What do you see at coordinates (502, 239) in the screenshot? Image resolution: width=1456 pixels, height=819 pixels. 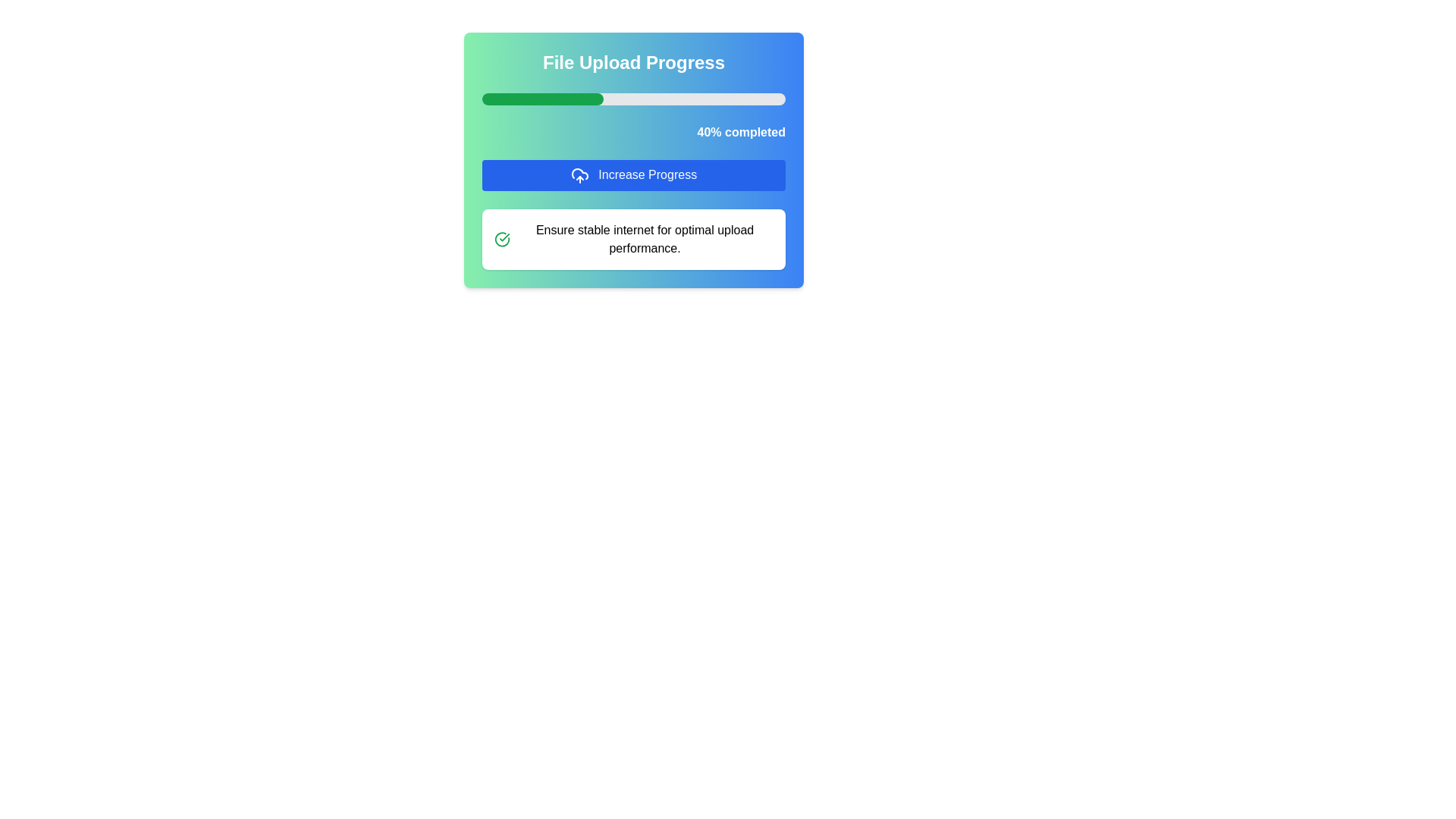 I see `the green circular icon with a checkmark indicating success, located to the left of the informational text about internet stability` at bounding box center [502, 239].